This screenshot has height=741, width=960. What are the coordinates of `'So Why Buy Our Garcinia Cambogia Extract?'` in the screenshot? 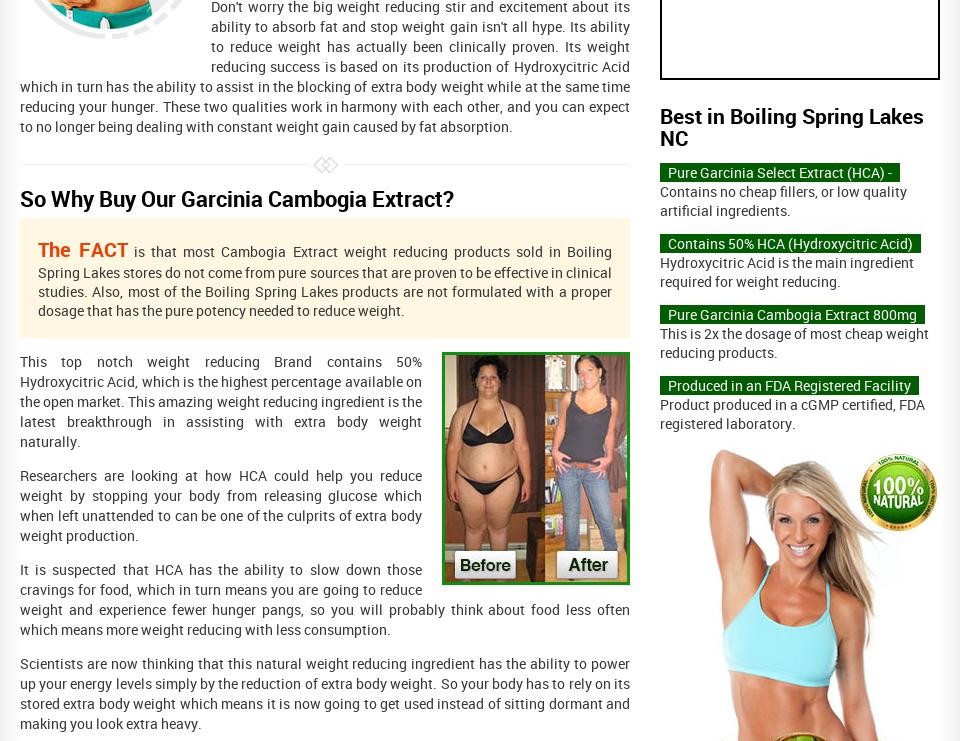 It's located at (237, 197).